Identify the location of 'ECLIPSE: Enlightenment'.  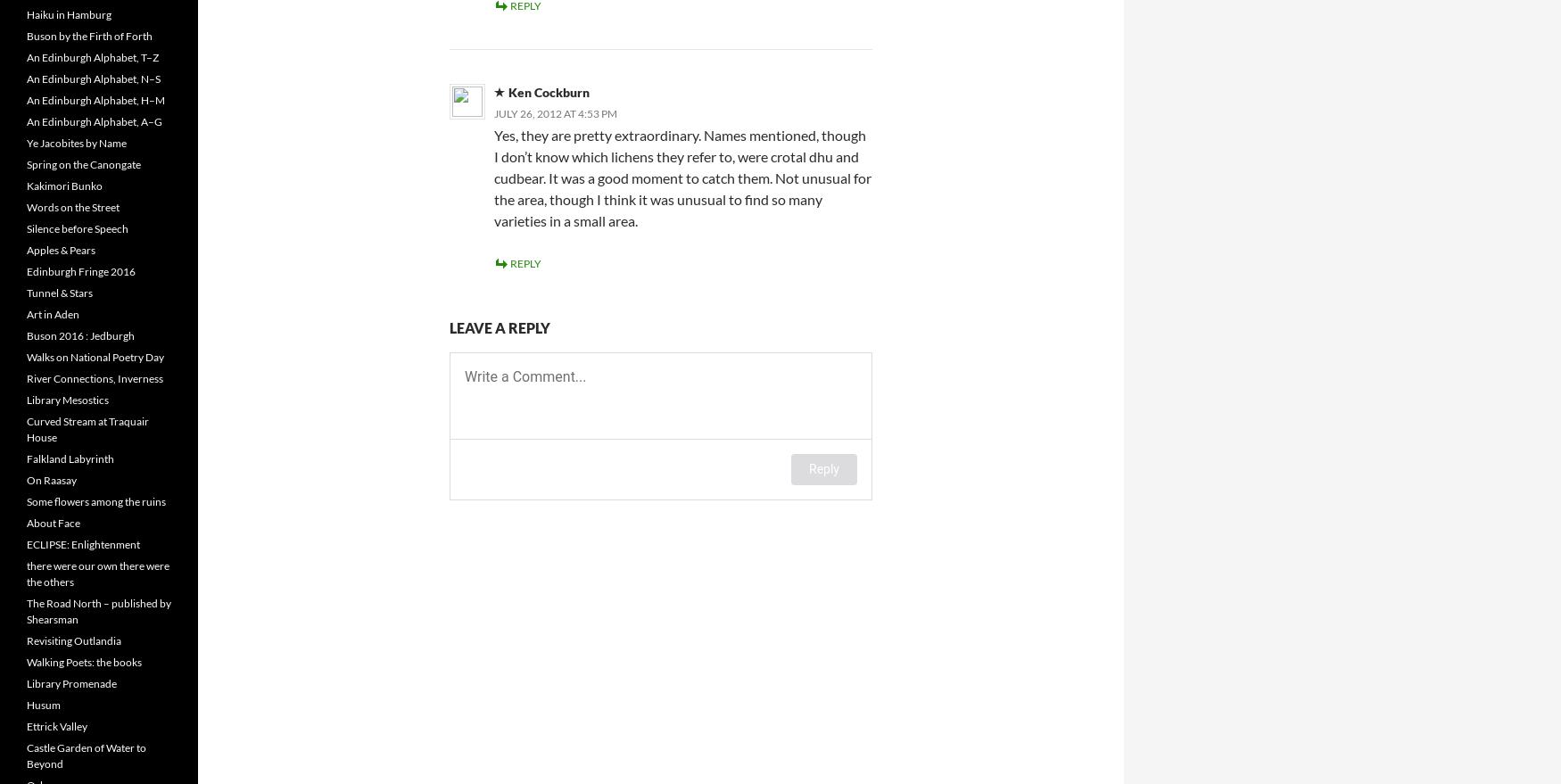
(83, 544).